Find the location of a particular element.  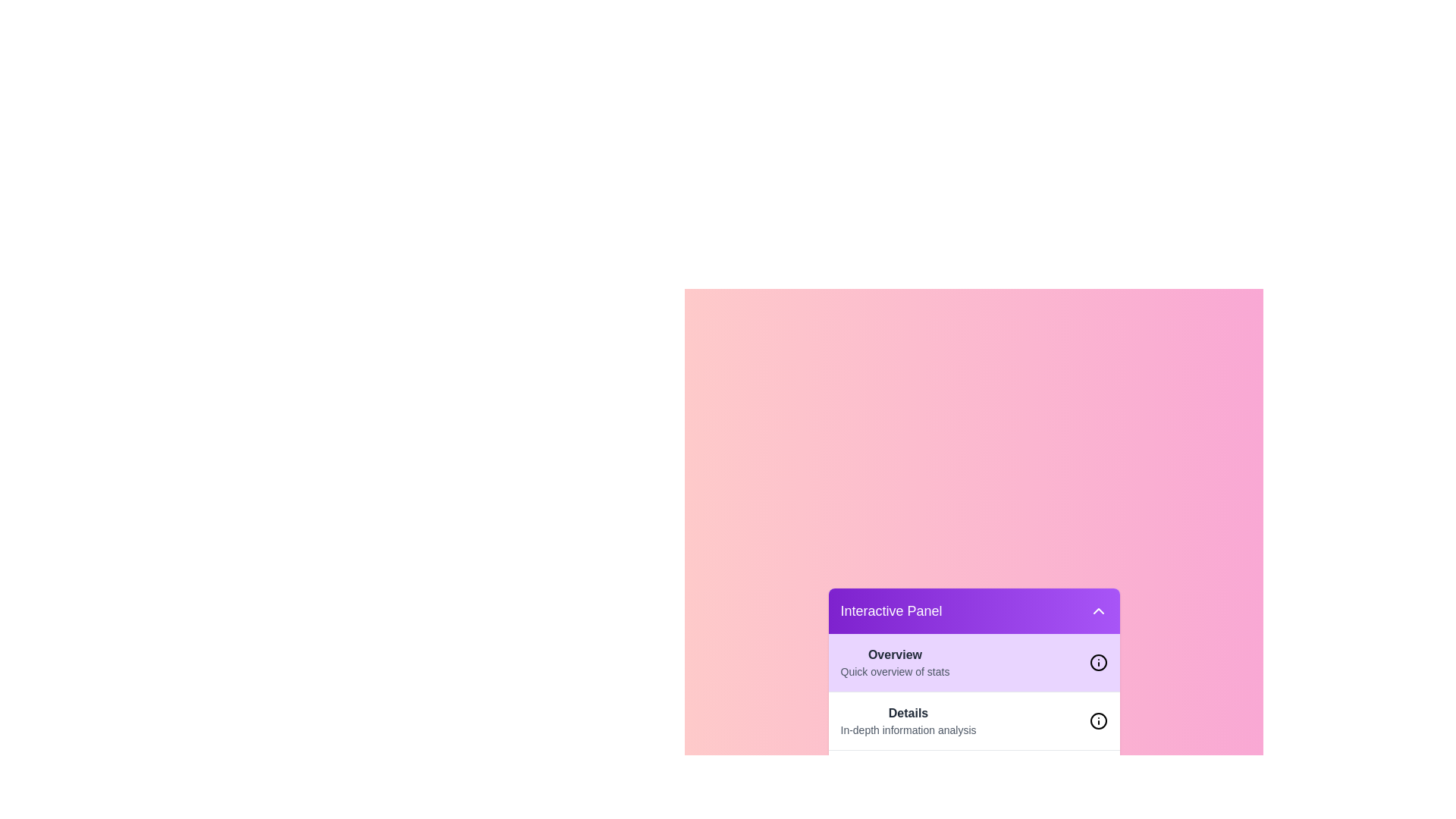

the menu item Details from the options available is located at coordinates (908, 720).